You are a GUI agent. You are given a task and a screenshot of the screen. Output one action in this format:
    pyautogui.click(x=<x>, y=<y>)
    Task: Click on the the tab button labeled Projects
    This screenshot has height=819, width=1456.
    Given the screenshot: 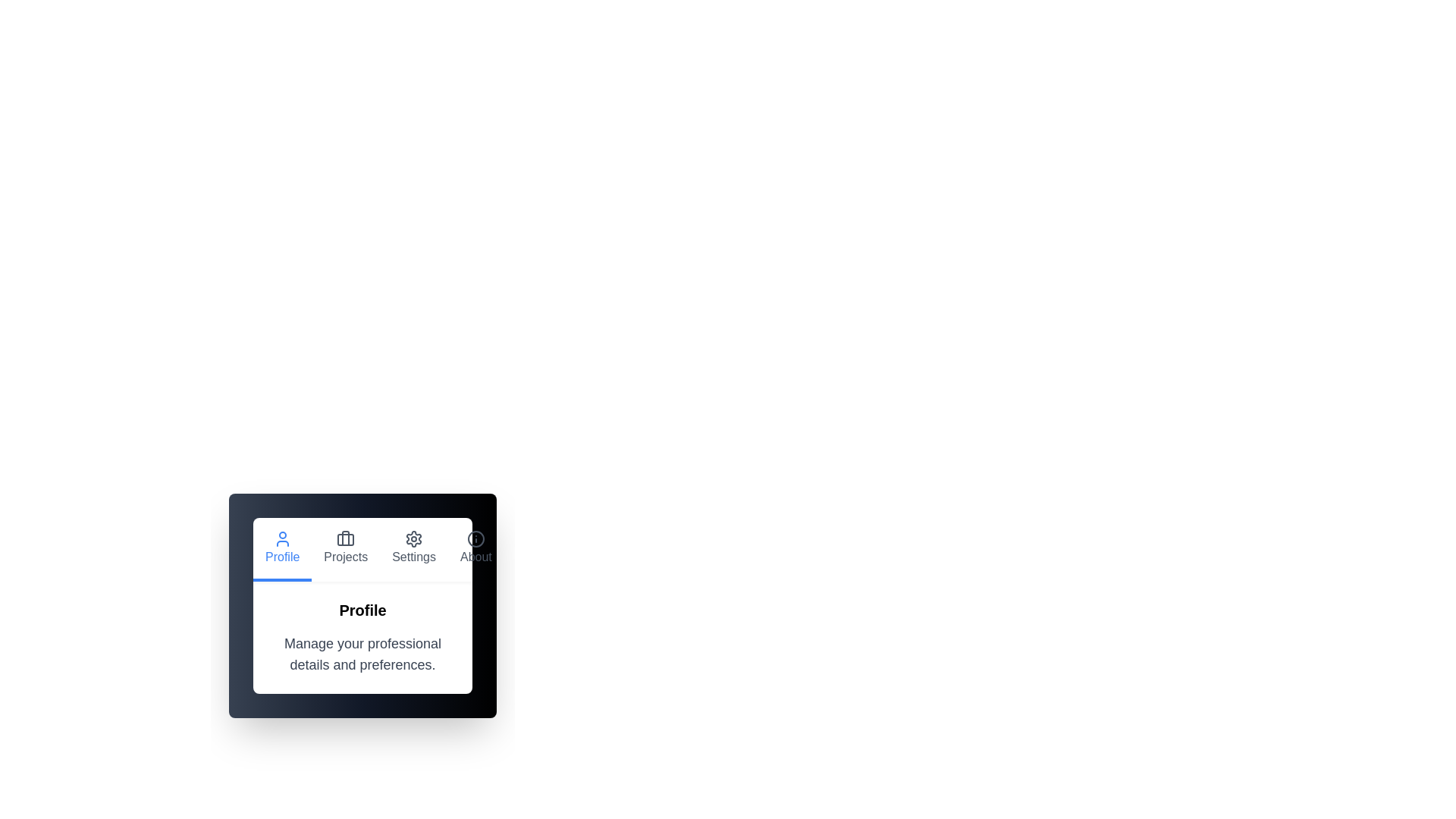 What is the action you would take?
    pyautogui.click(x=345, y=550)
    